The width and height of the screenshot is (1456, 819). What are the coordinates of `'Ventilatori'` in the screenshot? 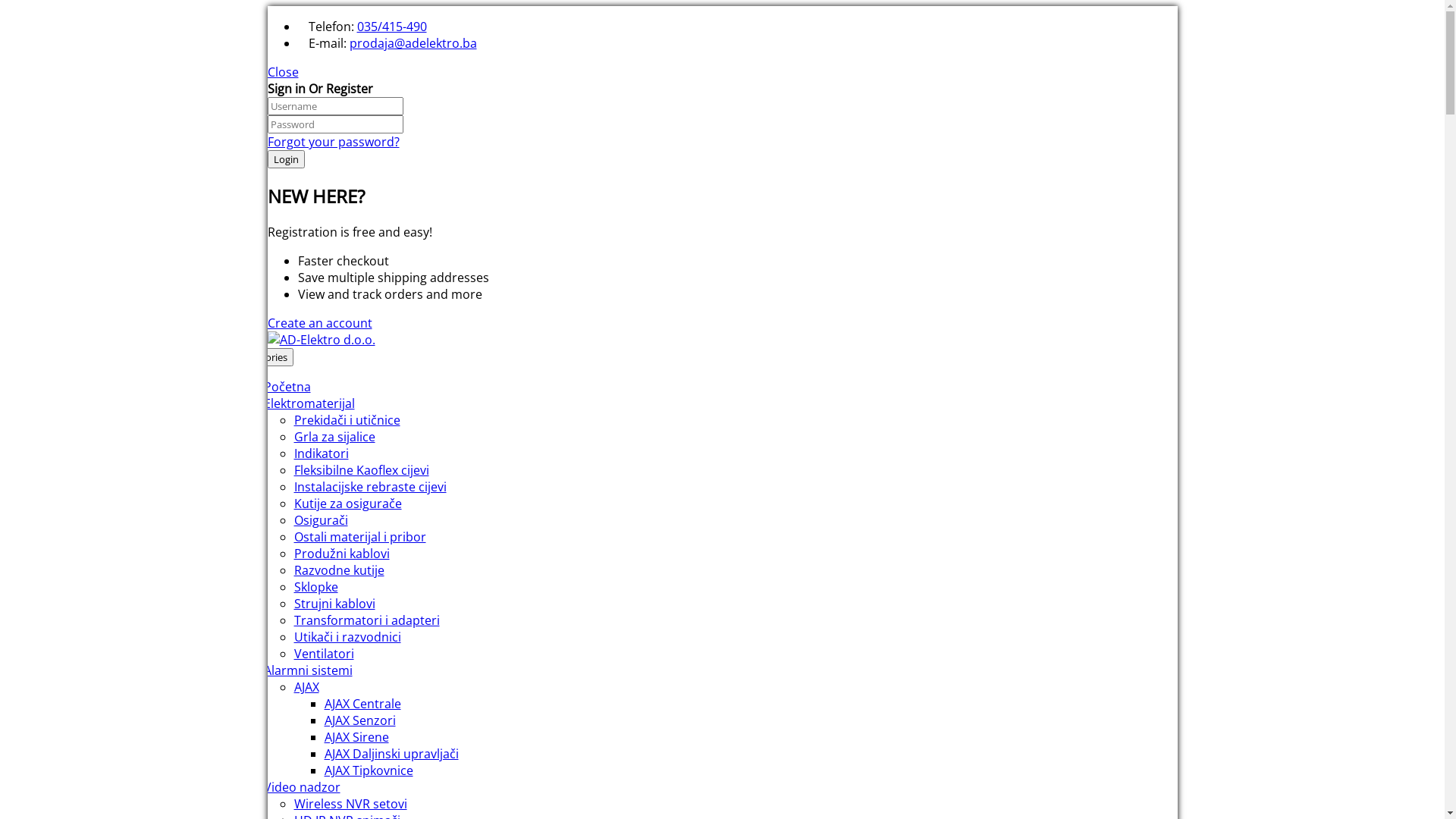 It's located at (323, 652).